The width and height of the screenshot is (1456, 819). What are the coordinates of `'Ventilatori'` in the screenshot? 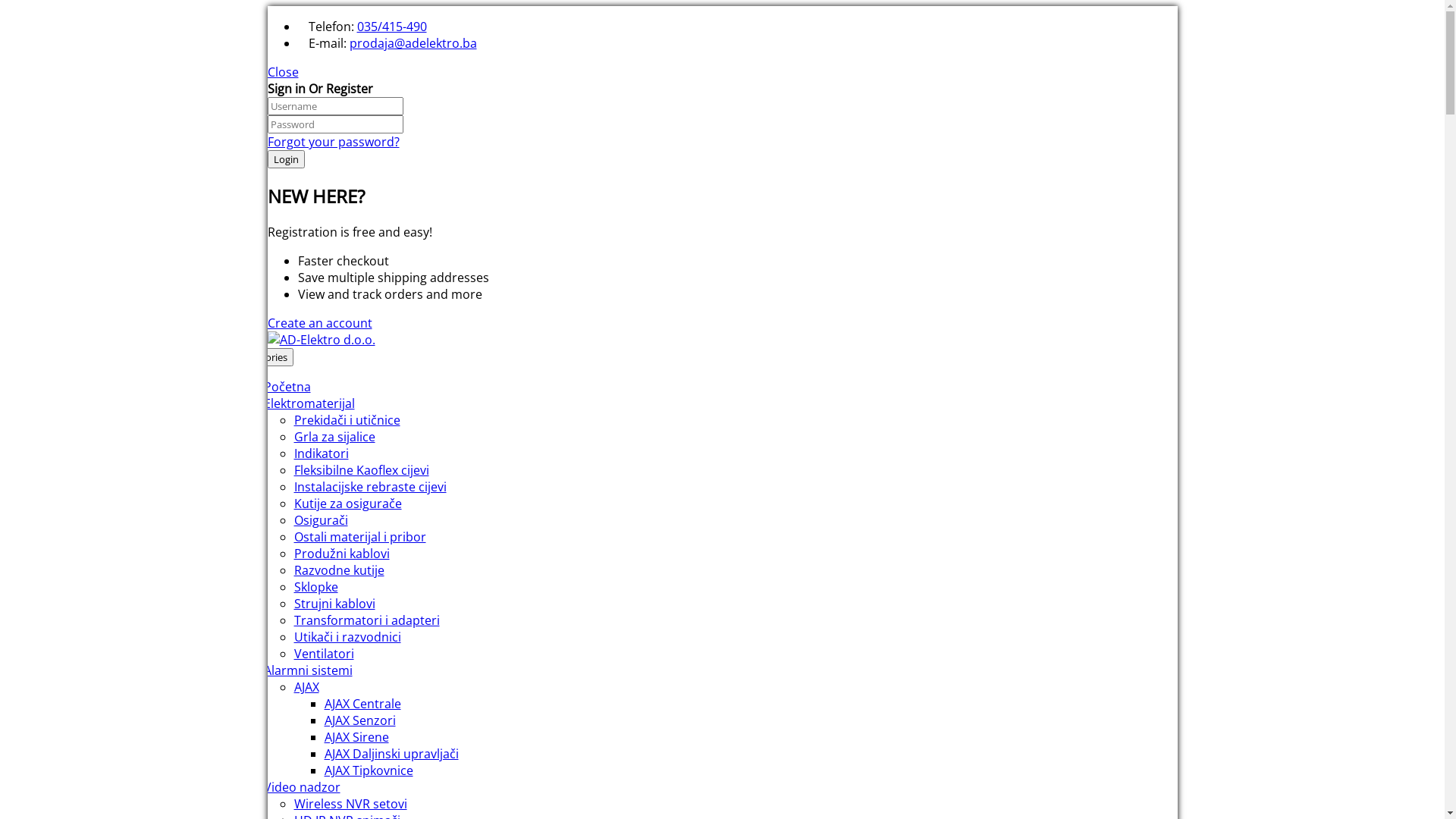 It's located at (323, 652).